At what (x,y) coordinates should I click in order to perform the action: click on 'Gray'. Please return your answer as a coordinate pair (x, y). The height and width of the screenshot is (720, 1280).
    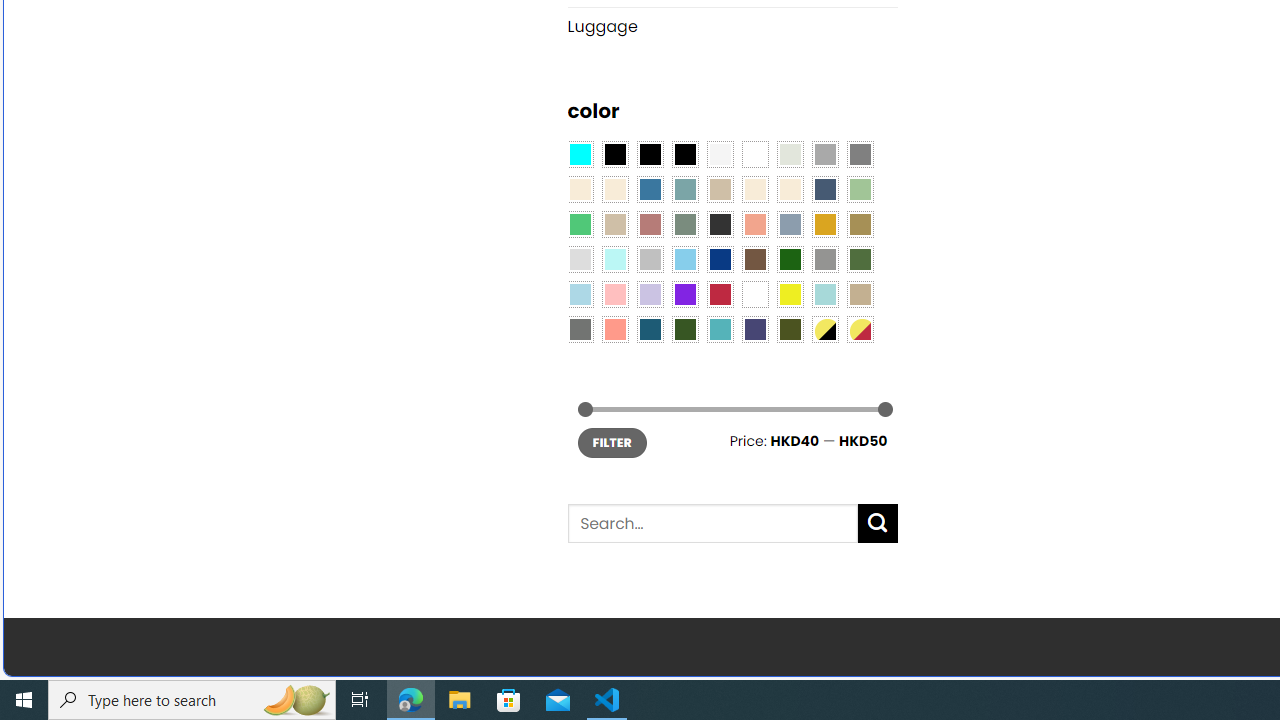
    Looking at the image, I should click on (824, 258).